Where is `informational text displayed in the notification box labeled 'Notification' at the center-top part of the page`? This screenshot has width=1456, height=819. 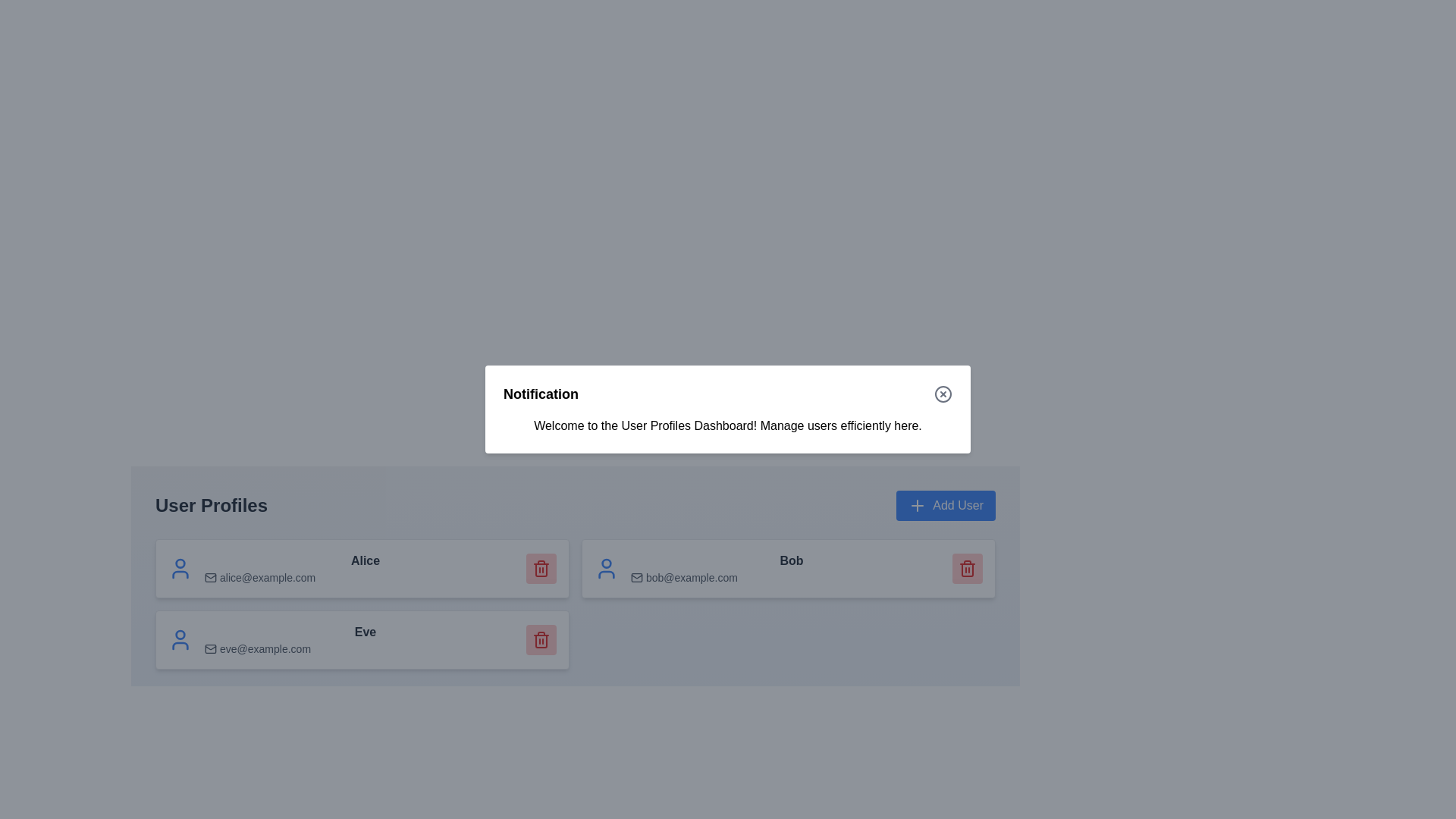 informational text displayed in the notification box labeled 'Notification' at the center-top part of the page is located at coordinates (728, 426).